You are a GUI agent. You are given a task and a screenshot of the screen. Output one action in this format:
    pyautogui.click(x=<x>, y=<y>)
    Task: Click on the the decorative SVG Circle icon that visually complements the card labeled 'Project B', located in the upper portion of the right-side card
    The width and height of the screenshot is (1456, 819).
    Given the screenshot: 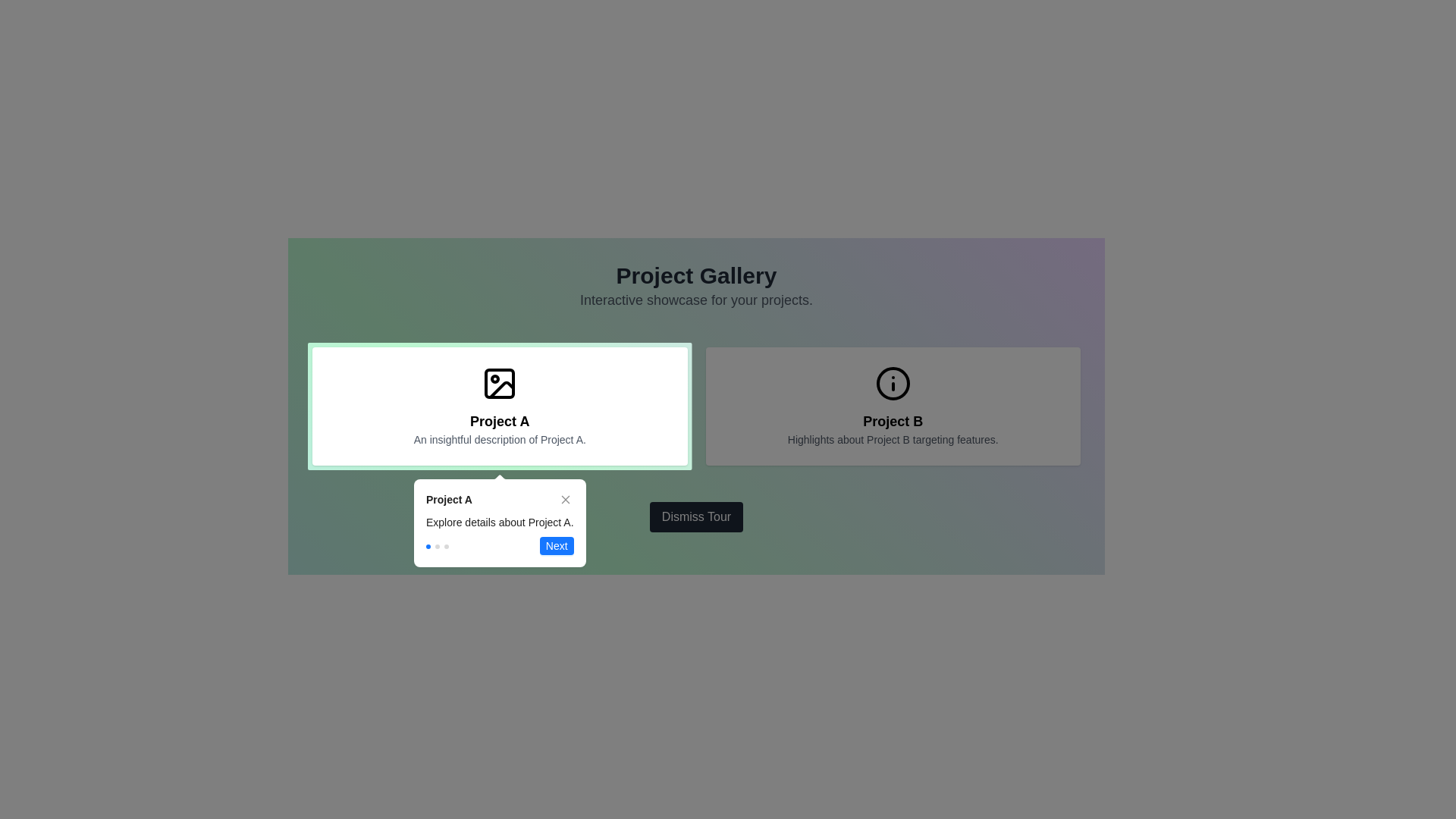 What is the action you would take?
    pyautogui.click(x=893, y=382)
    